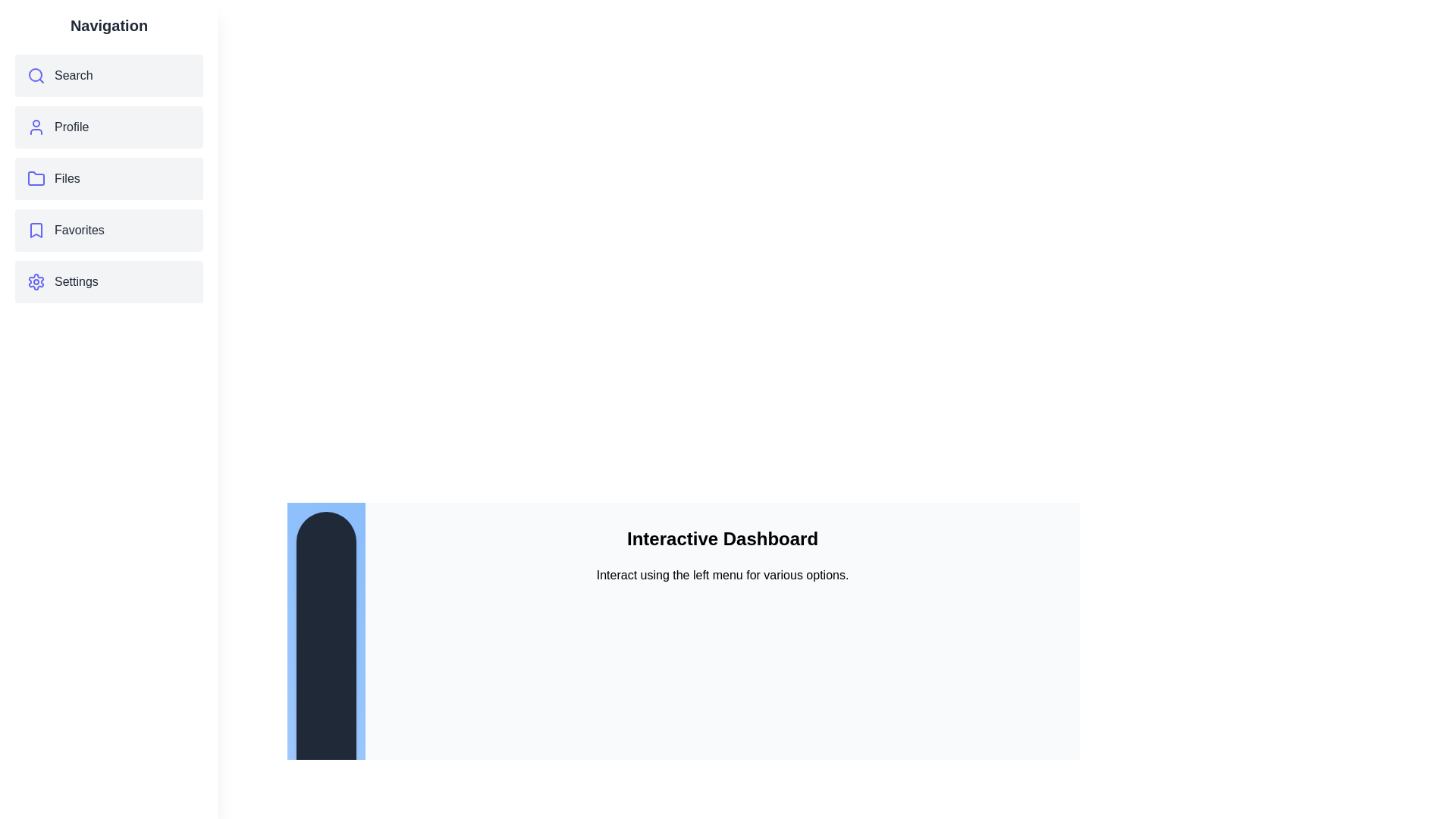  Describe the element at coordinates (36, 127) in the screenshot. I see `the icon corresponding to Profile in the sidebar` at that location.